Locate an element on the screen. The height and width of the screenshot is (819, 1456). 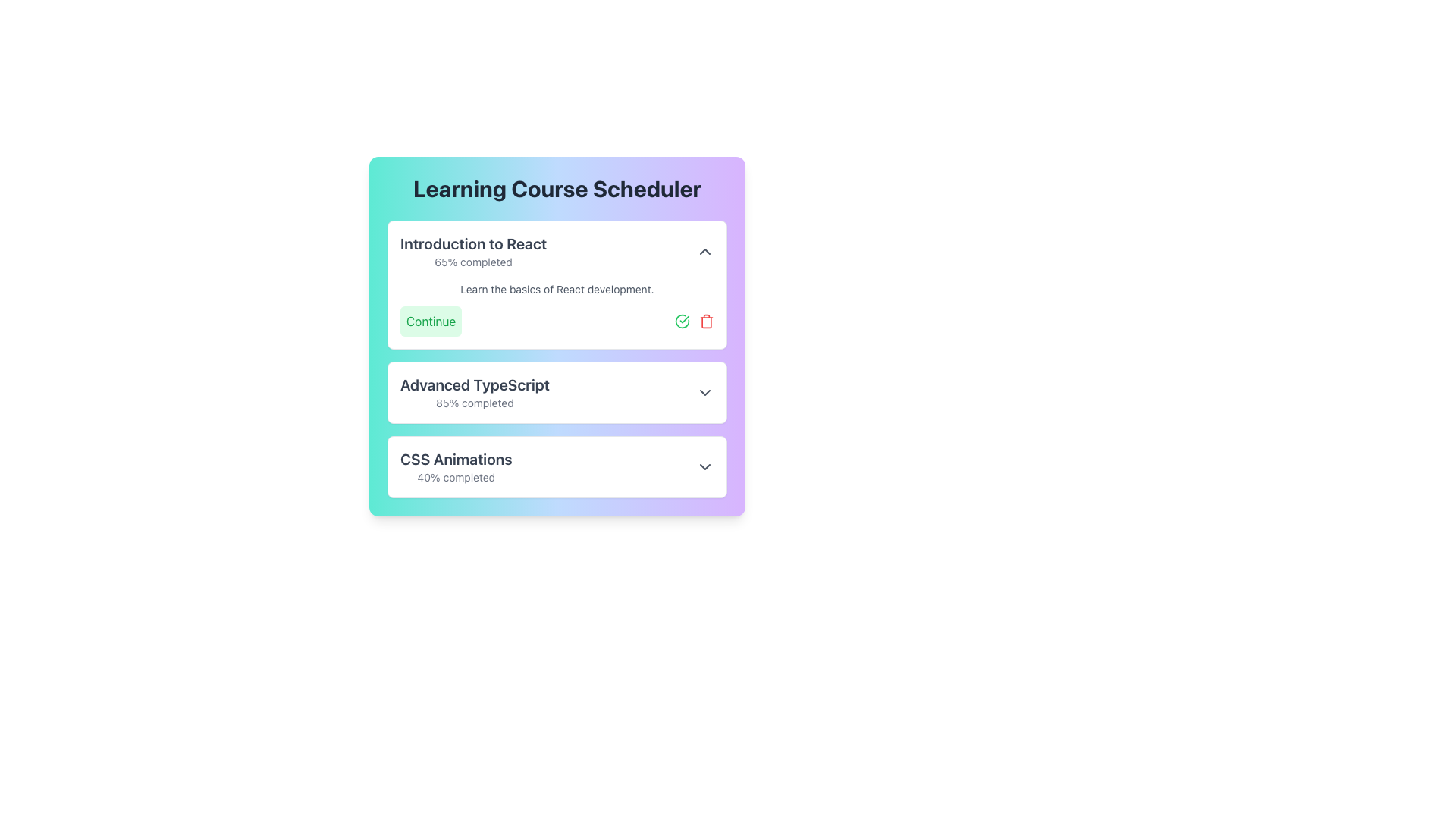
the interactive summary entry for the 'CSS Animations' course, located in the third section under 'Learning Course Scheduler' is located at coordinates (556, 466).